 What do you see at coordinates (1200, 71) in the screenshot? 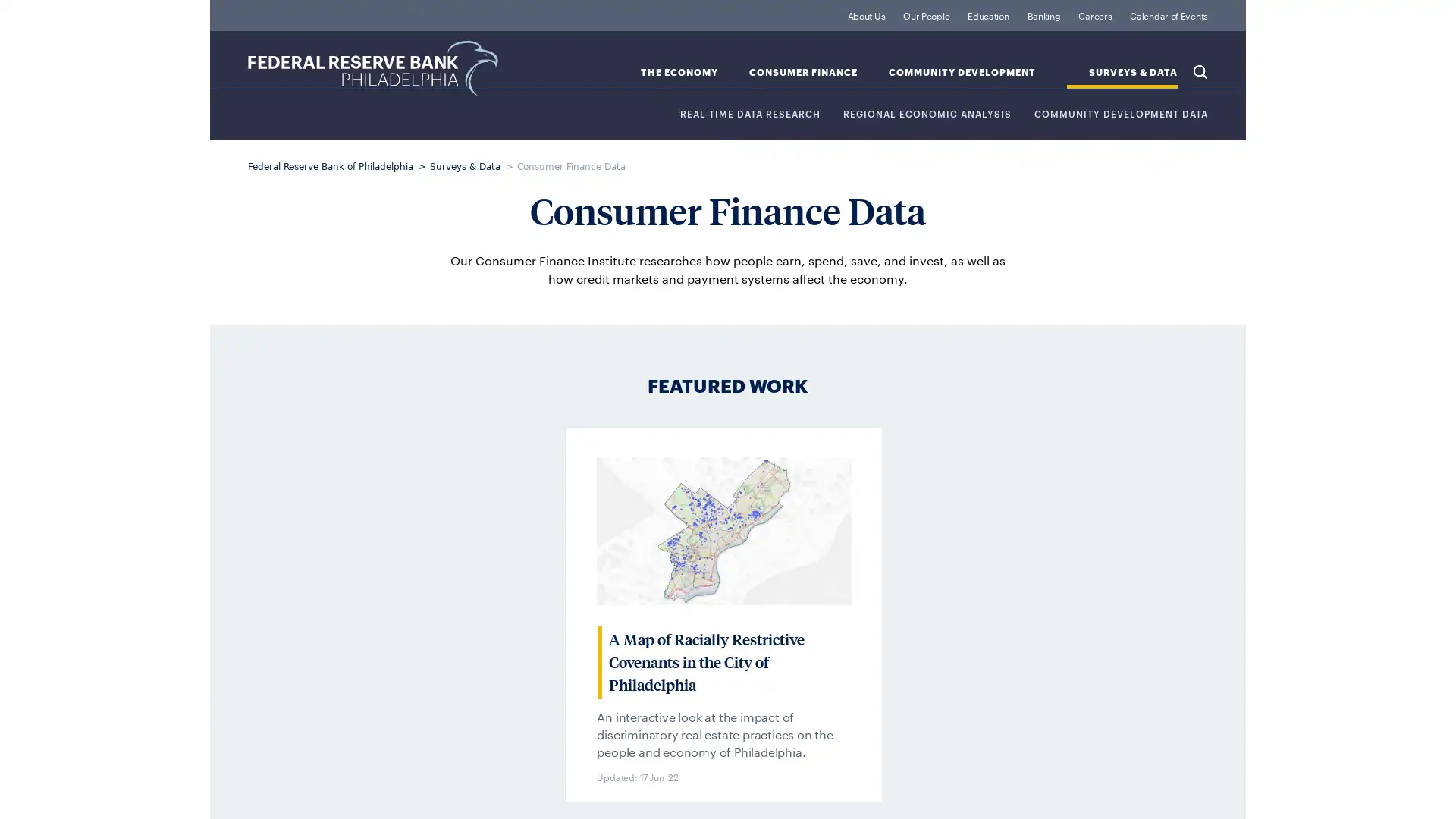
I see `Search` at bounding box center [1200, 71].